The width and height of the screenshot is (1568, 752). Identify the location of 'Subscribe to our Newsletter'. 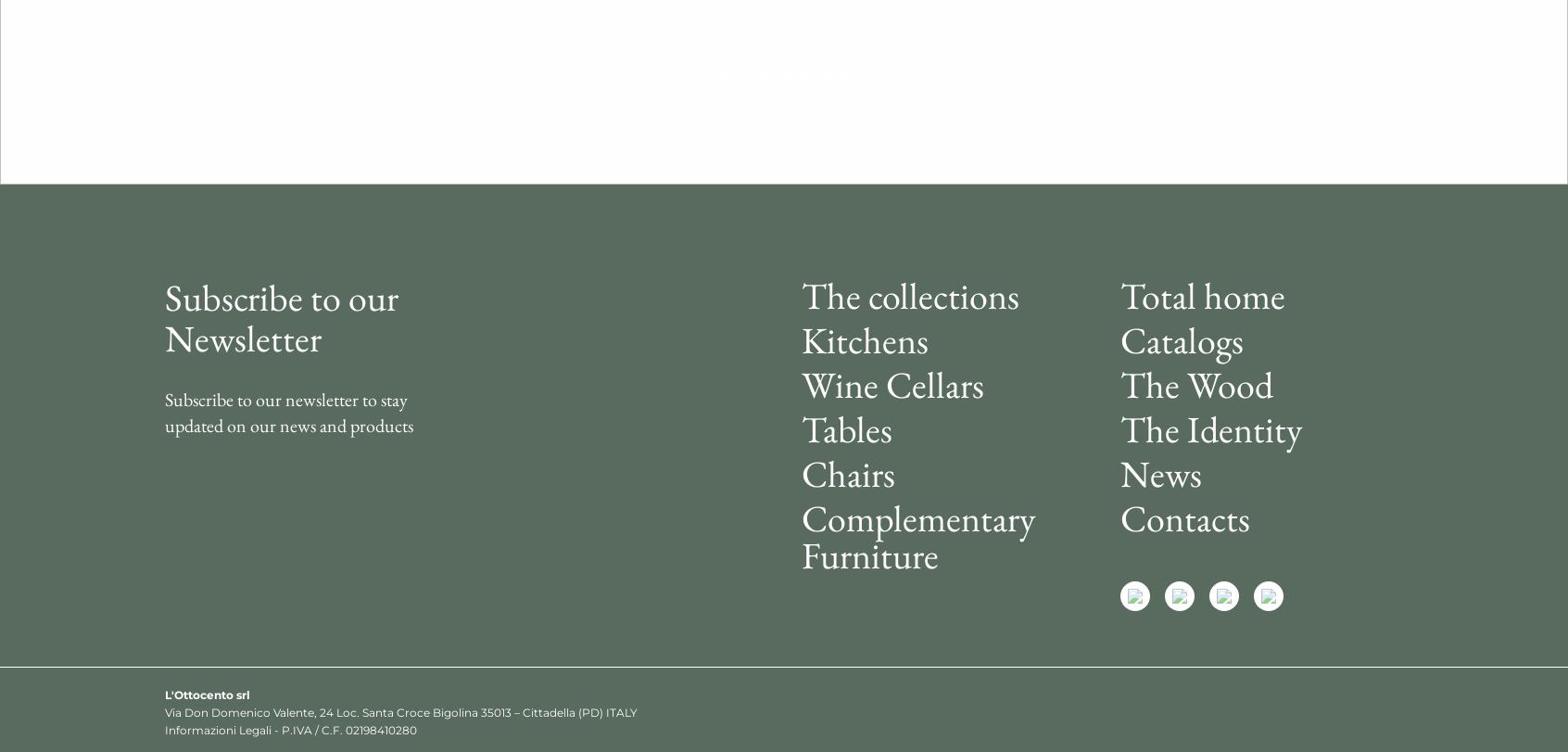
(280, 316).